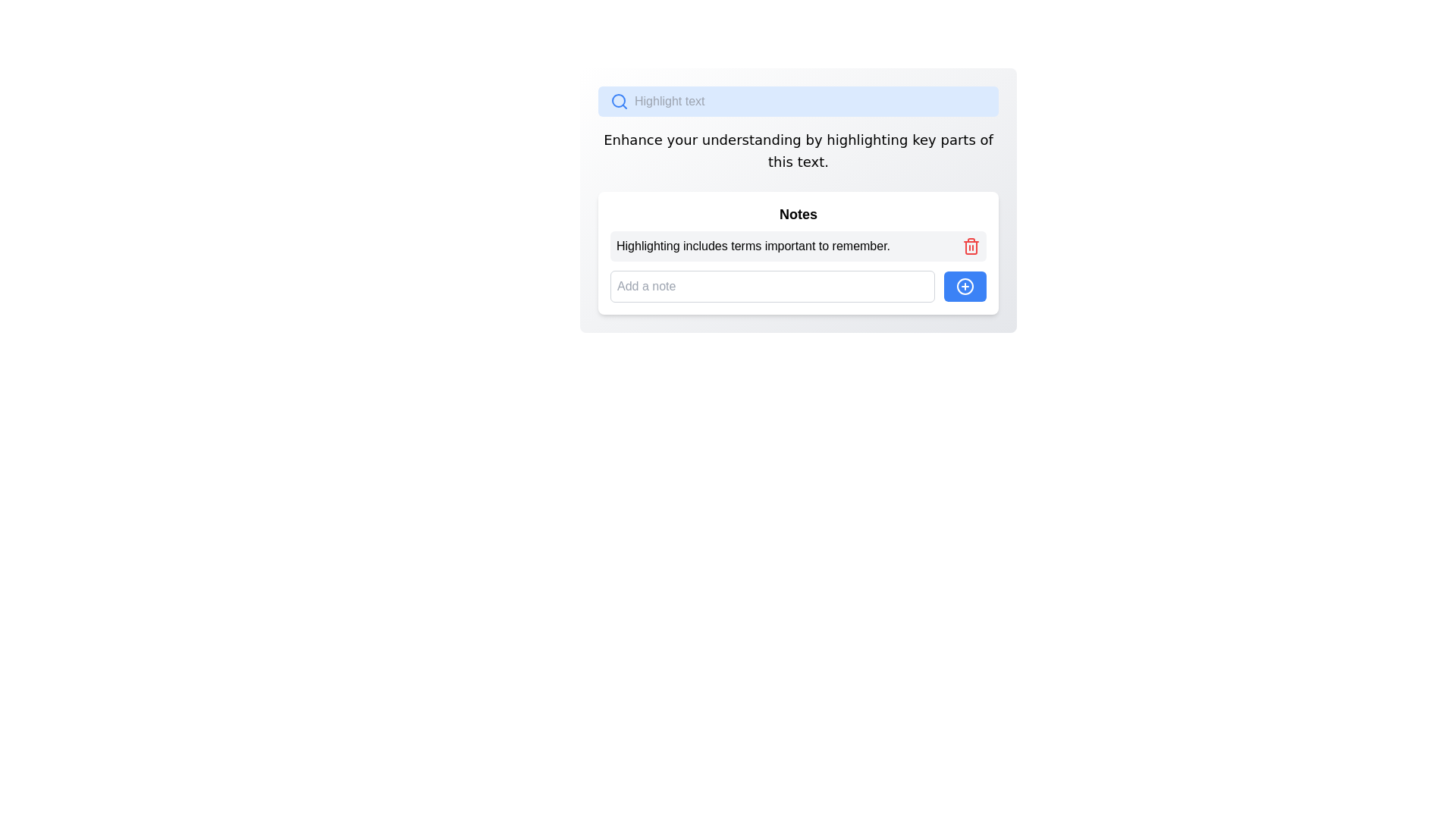 This screenshot has height=819, width=1456. I want to click on the ninth character in the instructional text, which is located between 'a' and 'c', positioned centrally in the upper segment of the interface, so click(642, 140).